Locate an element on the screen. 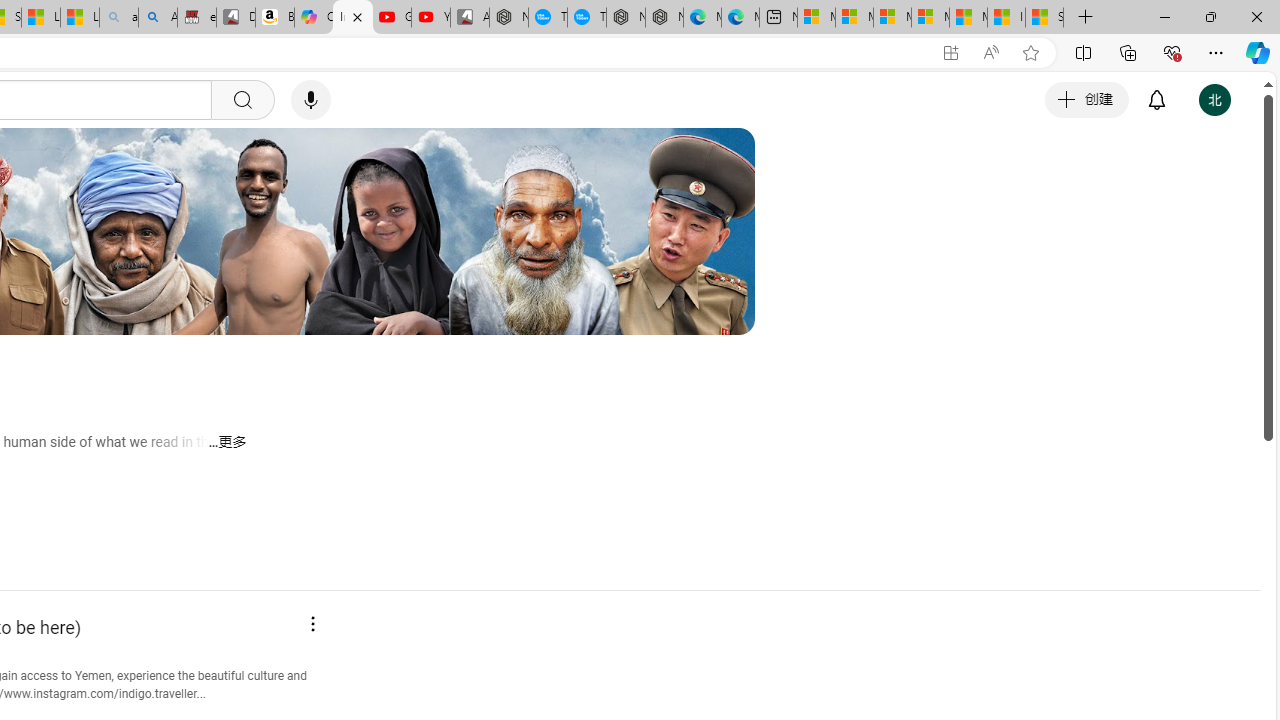 The width and height of the screenshot is (1280, 720). 'Copilot' is located at coordinates (312, 17).